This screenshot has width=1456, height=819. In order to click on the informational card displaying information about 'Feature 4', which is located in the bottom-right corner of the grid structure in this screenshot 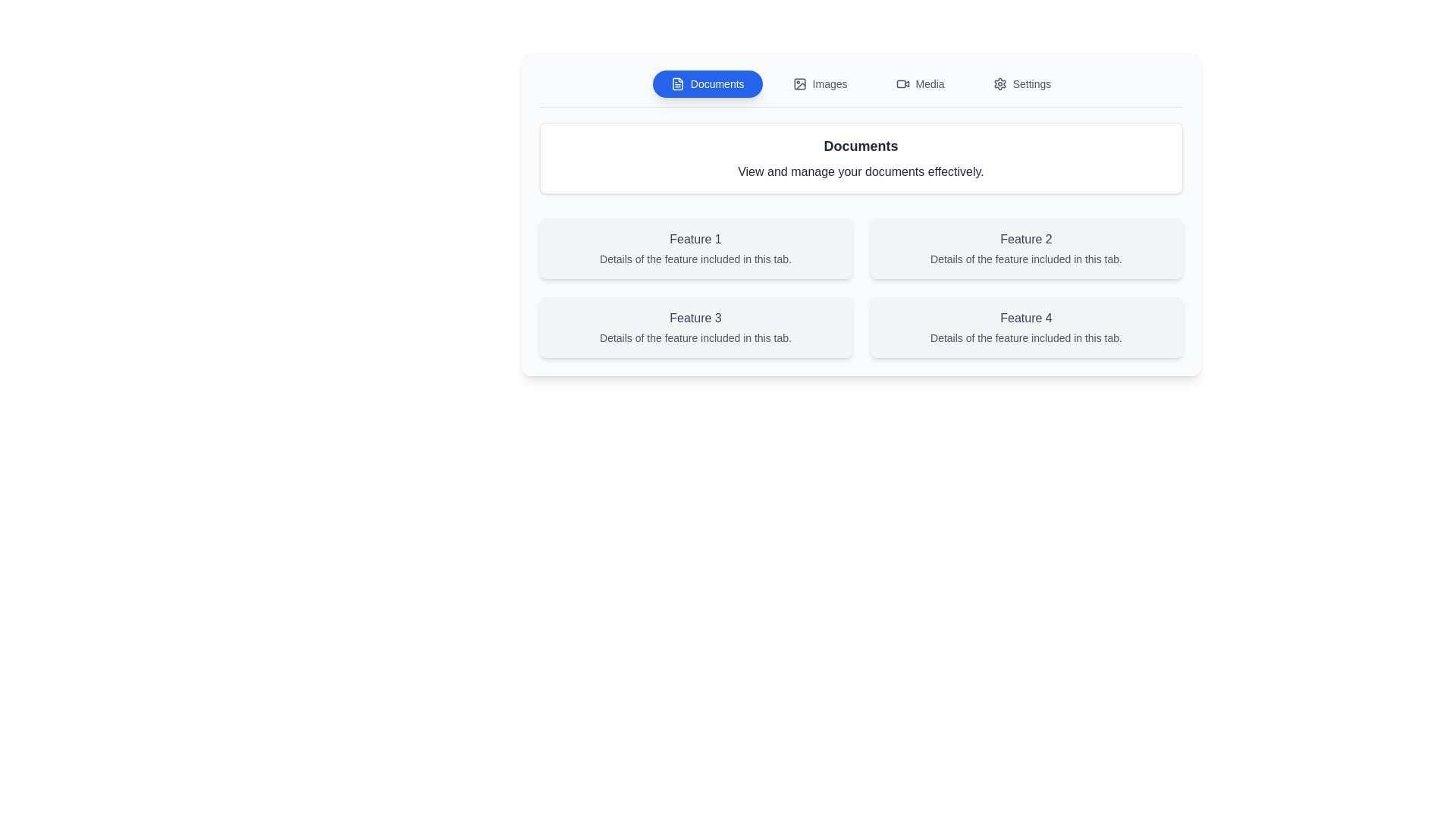, I will do `click(1026, 327)`.